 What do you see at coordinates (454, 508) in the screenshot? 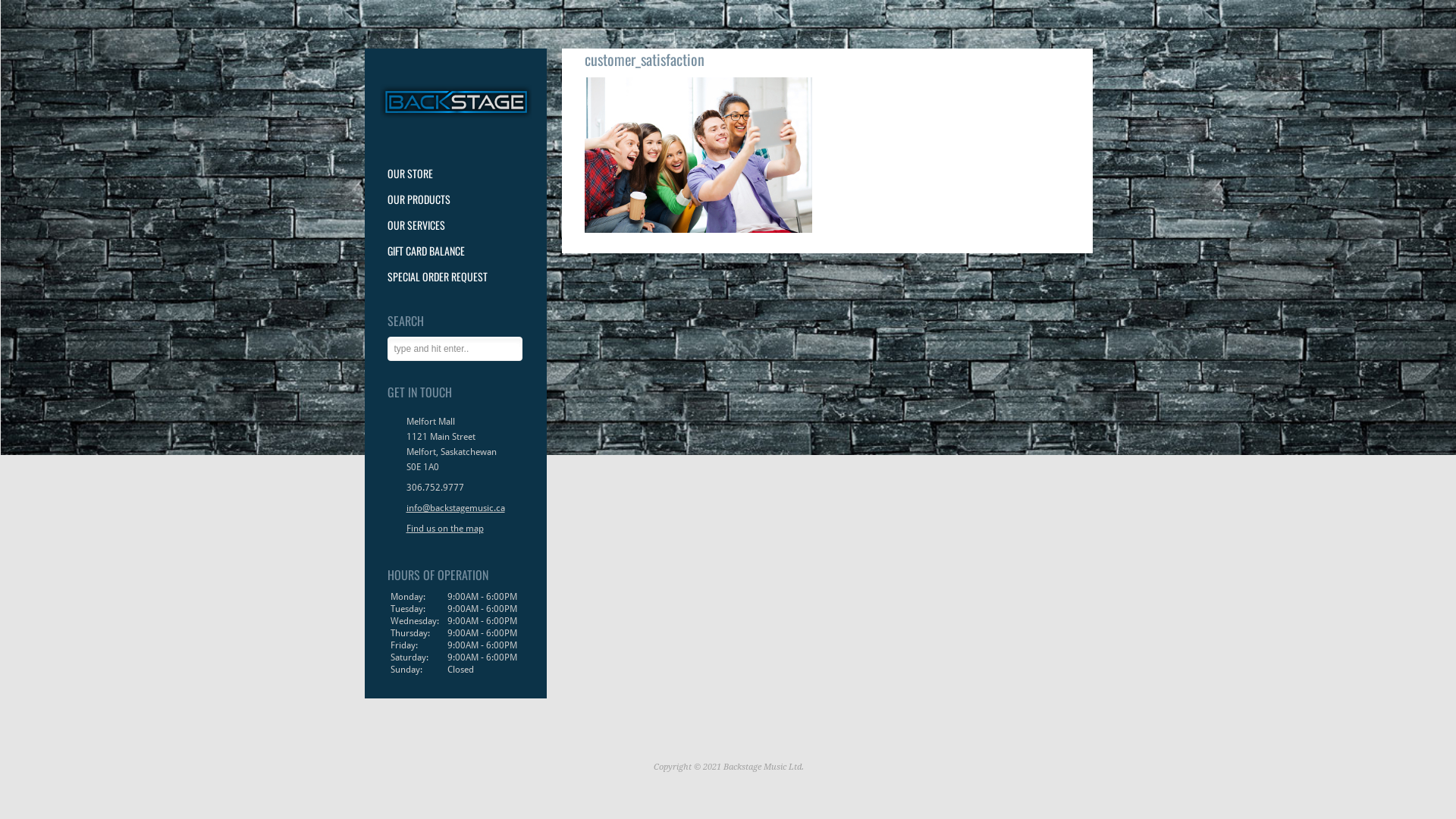
I see `'info@backstagemusic.ca'` at bounding box center [454, 508].